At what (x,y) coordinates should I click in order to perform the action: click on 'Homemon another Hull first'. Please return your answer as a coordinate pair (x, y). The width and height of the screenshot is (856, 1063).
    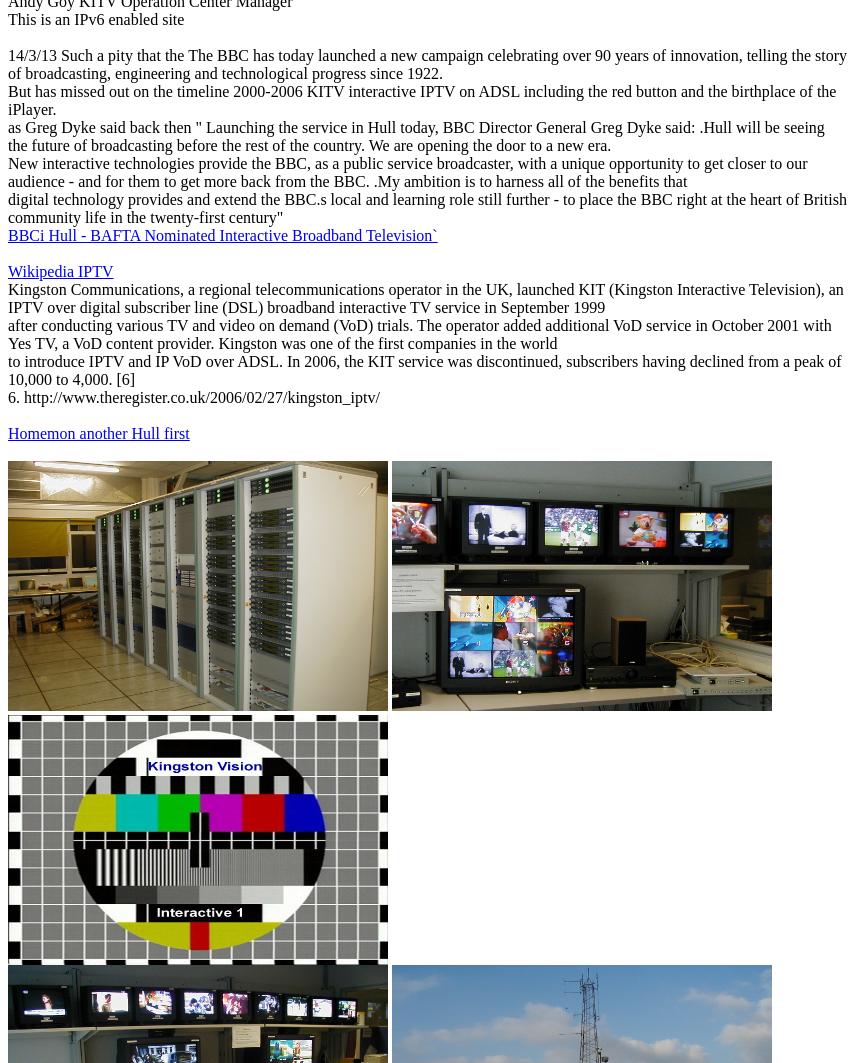
    Looking at the image, I should click on (7, 432).